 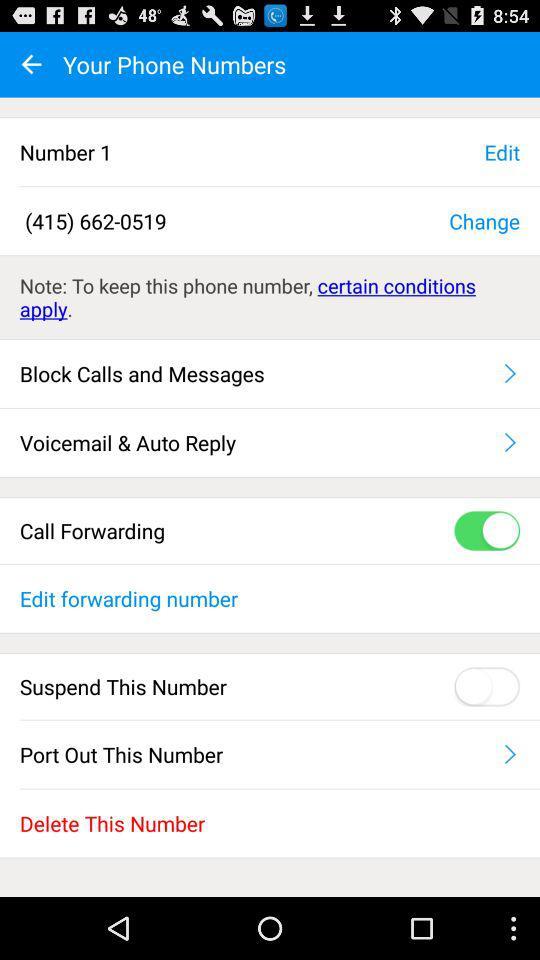 I want to click on the edit forwarding number, so click(x=270, y=598).